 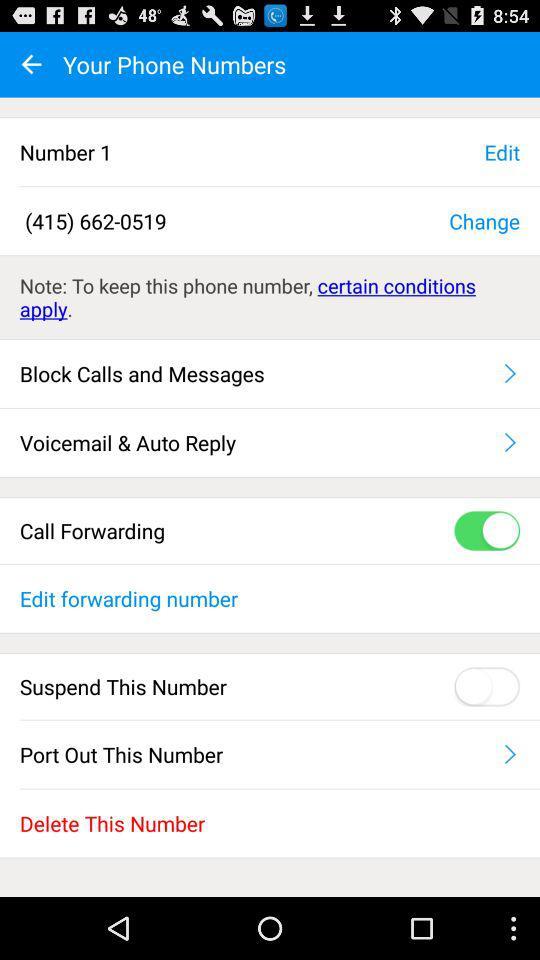 I want to click on the edit forwarding number, so click(x=270, y=598).